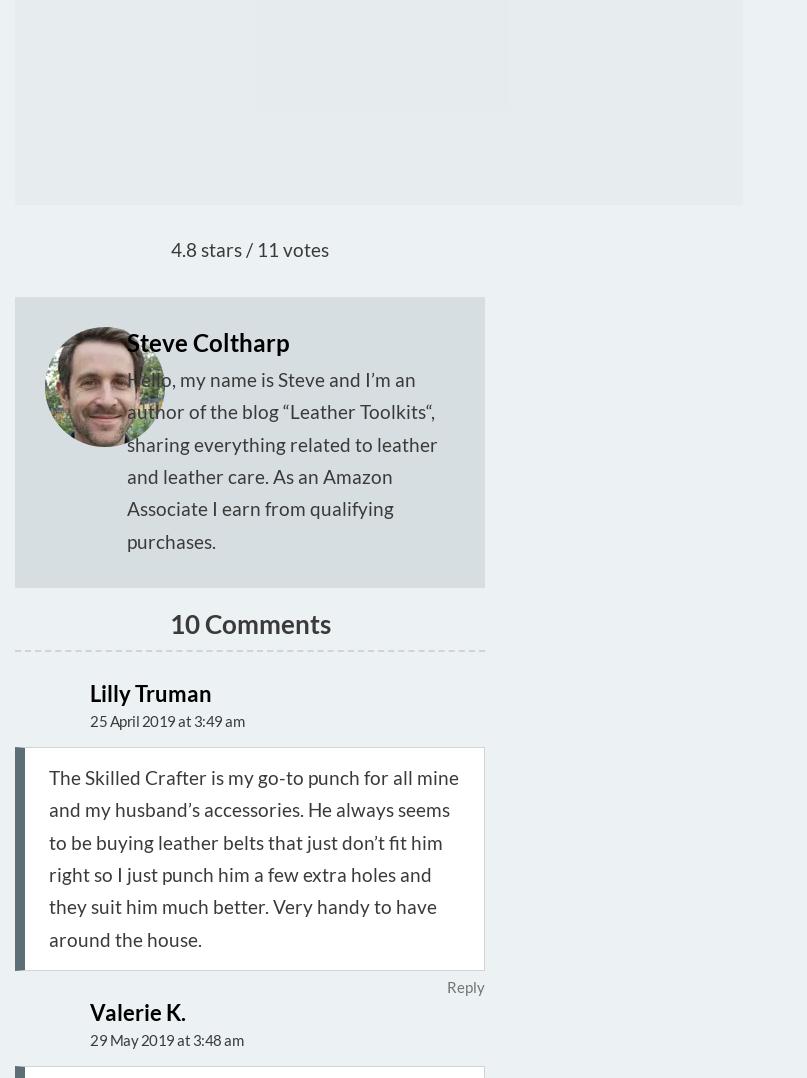  Describe the element at coordinates (183, 248) in the screenshot. I see `'4.8'` at that location.